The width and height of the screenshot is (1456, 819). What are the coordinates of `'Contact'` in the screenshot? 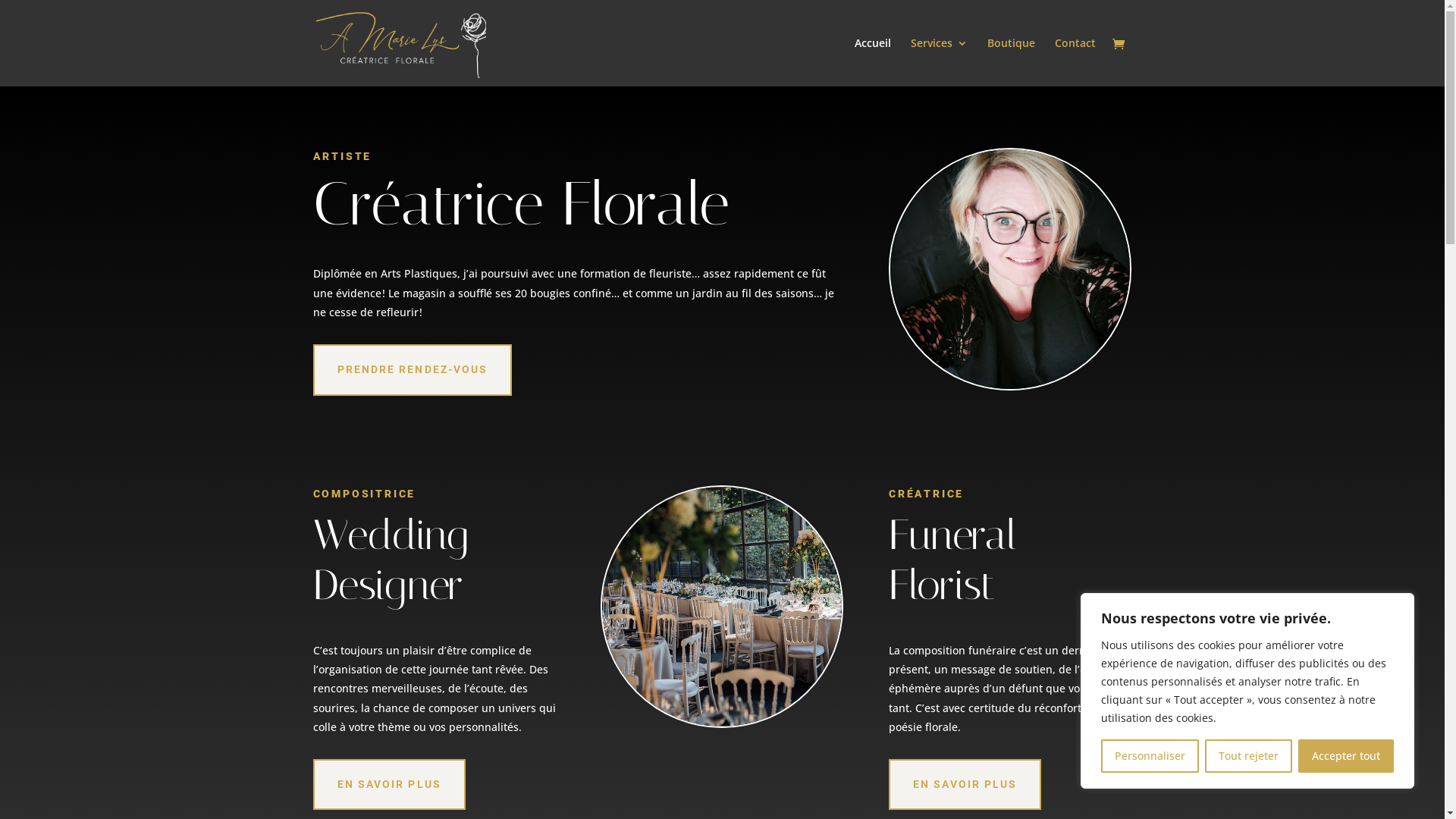 It's located at (1073, 61).